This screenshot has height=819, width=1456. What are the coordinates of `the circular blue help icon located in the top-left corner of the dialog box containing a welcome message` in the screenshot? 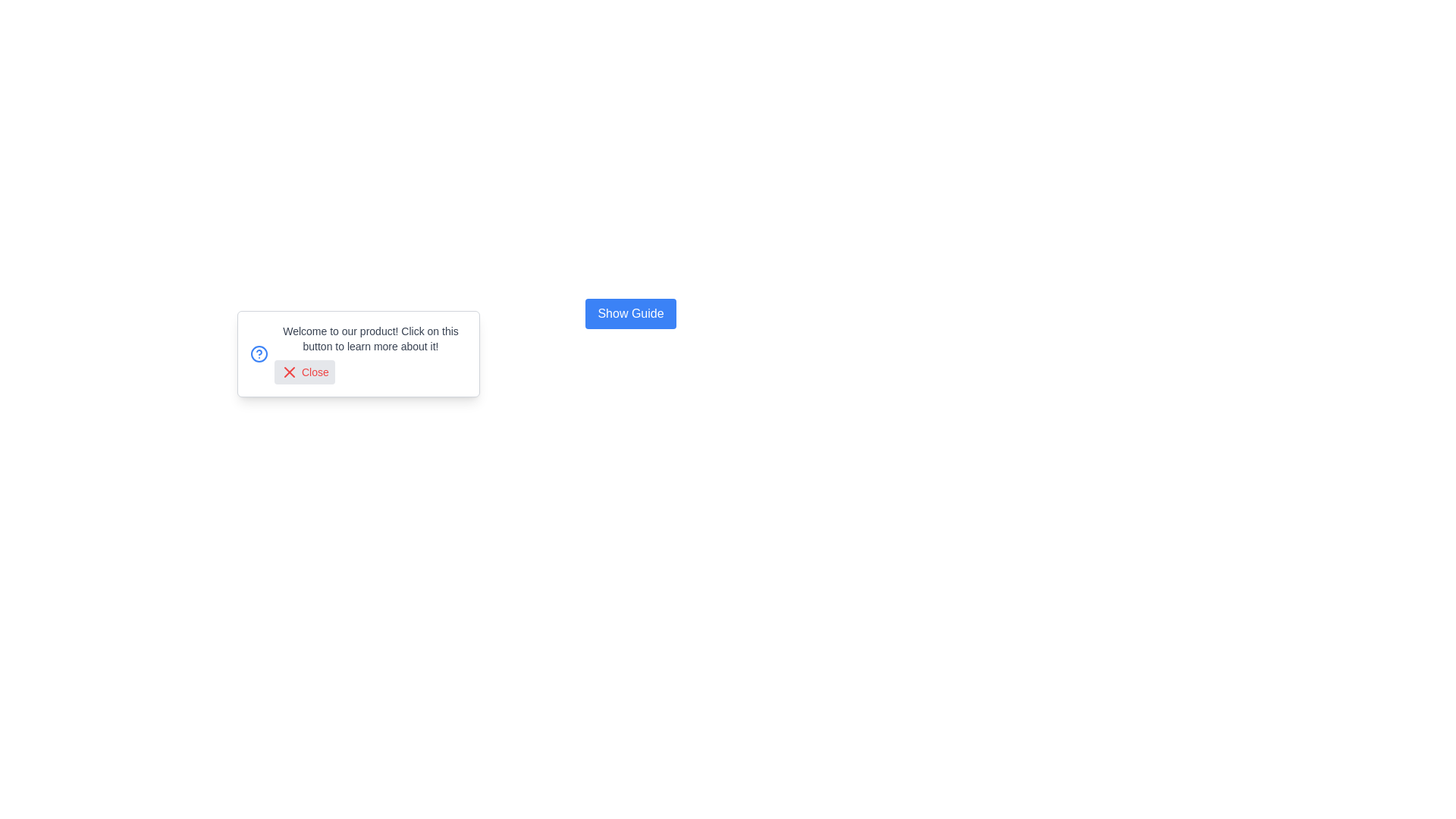 It's located at (259, 353).